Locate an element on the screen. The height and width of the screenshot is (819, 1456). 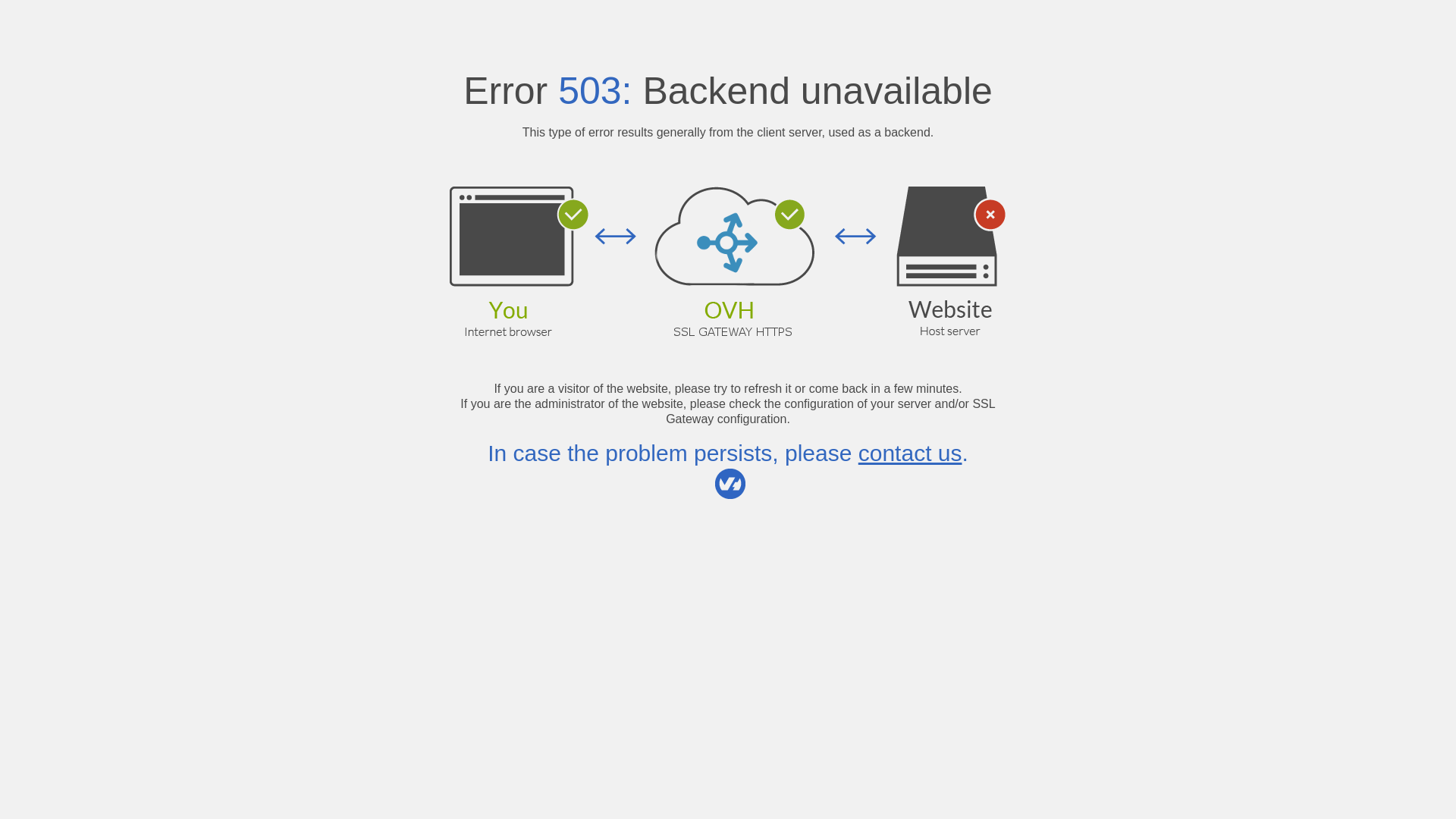
'contact us' is located at coordinates (910, 452).